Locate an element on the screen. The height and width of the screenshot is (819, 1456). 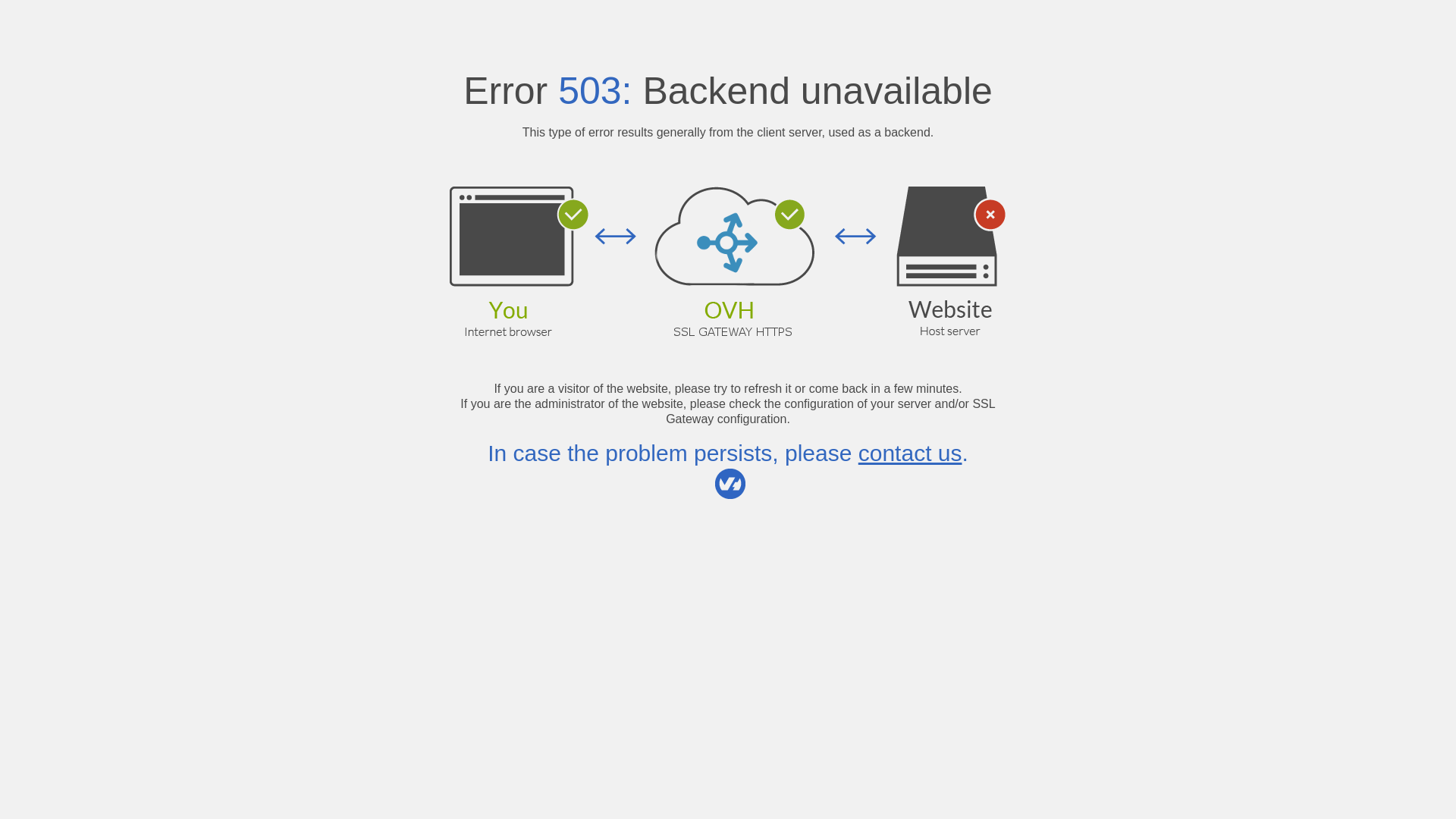
'contact us' is located at coordinates (910, 452).